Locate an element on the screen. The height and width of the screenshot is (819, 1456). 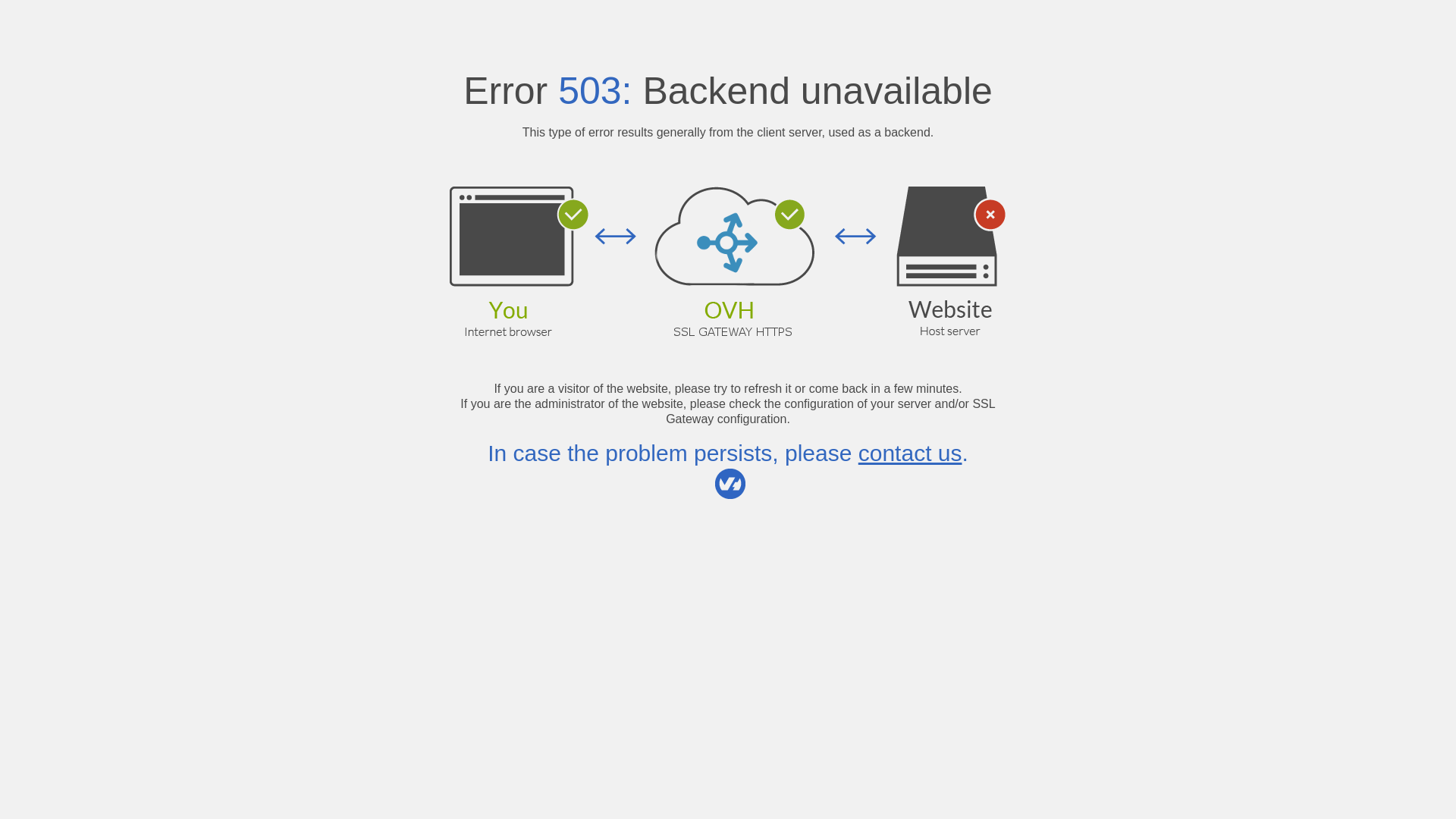
'contact us' is located at coordinates (910, 452).